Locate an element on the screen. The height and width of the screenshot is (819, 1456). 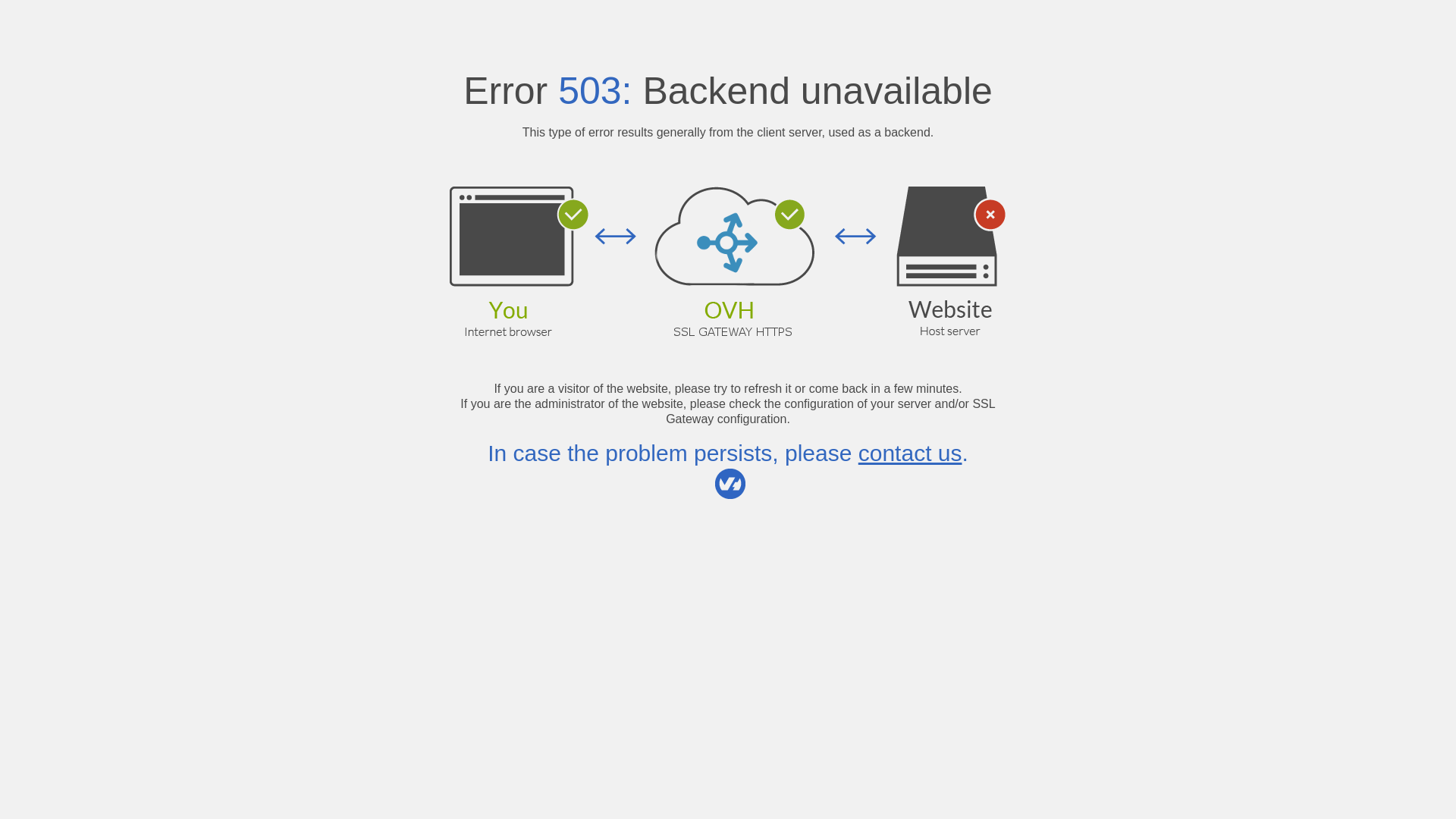
'contact us' is located at coordinates (910, 452).